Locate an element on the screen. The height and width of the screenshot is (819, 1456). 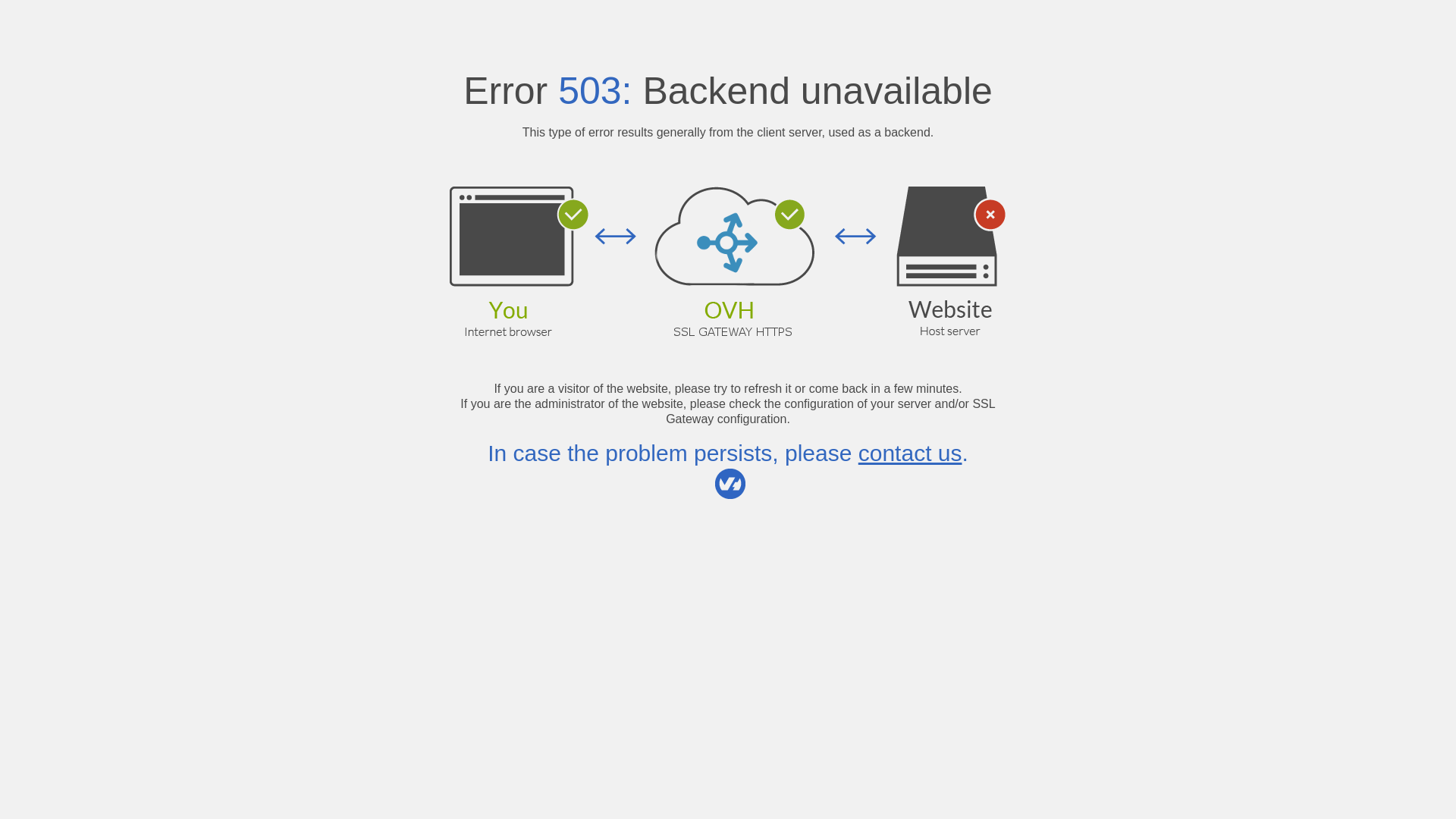
'contact us' is located at coordinates (910, 452).